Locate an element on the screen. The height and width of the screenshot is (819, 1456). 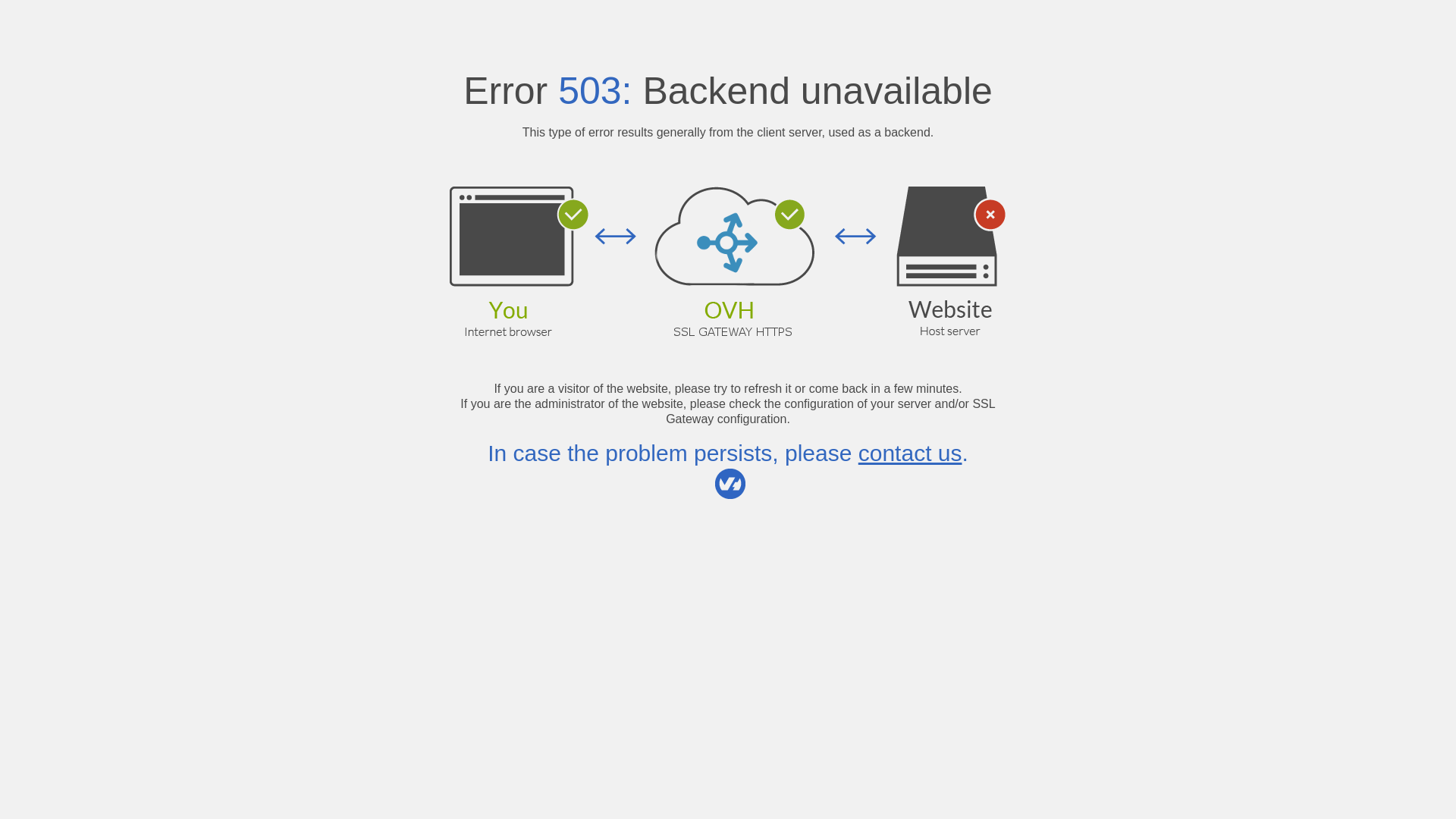
'contact us' is located at coordinates (910, 452).